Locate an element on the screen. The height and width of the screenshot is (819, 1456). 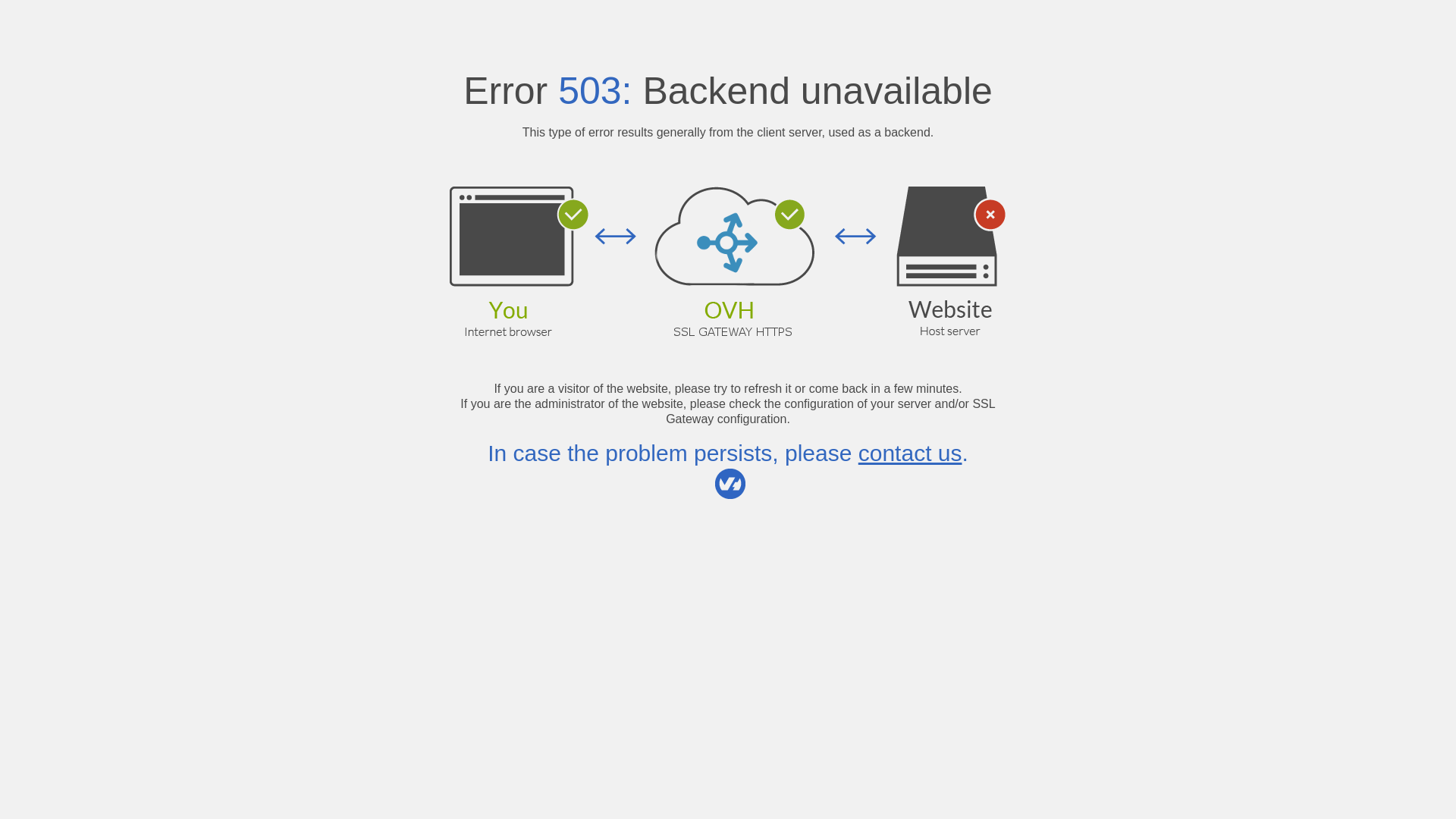
'contact us' is located at coordinates (910, 452).